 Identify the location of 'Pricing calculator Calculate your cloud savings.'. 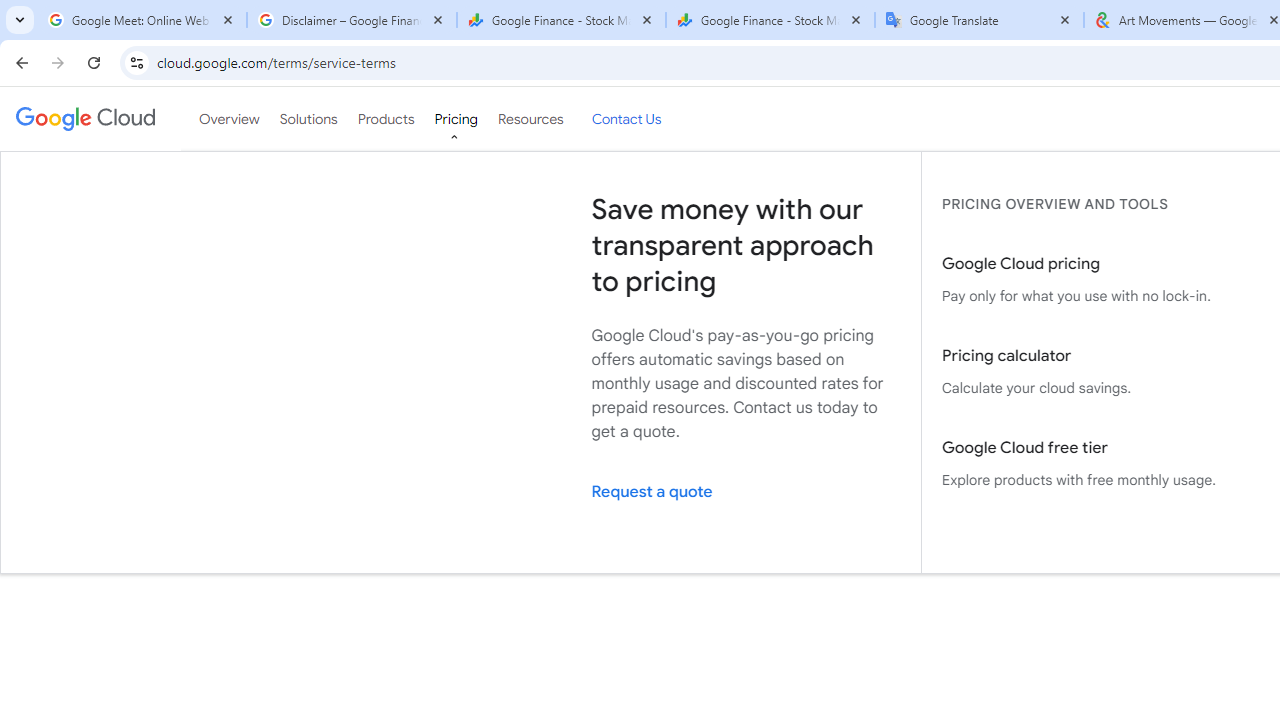
(1095, 372).